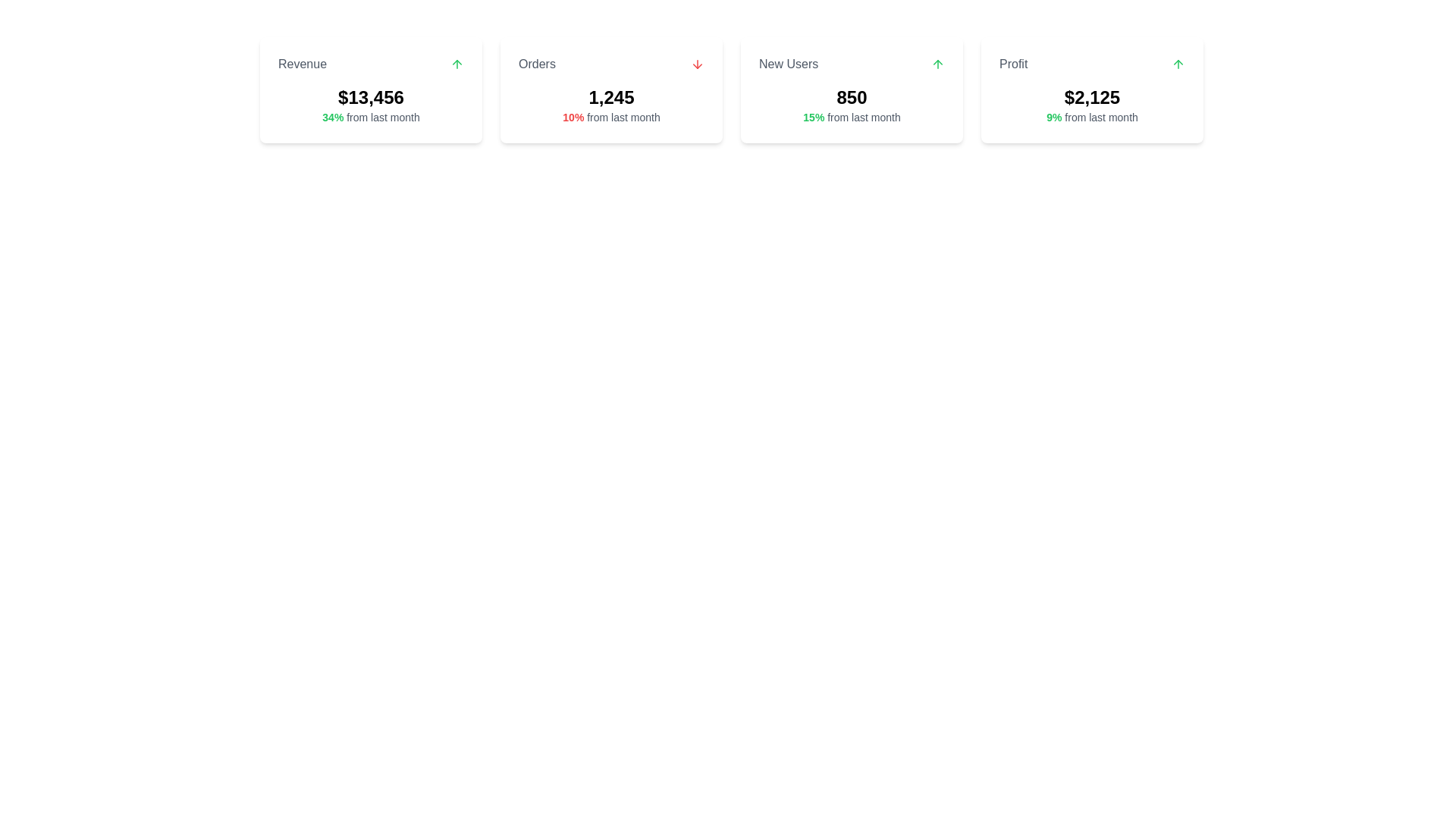  Describe the element at coordinates (371, 97) in the screenshot. I see `the revenue label displayed prominently in the user interface, located near the center of the 'Revenue' card` at that location.